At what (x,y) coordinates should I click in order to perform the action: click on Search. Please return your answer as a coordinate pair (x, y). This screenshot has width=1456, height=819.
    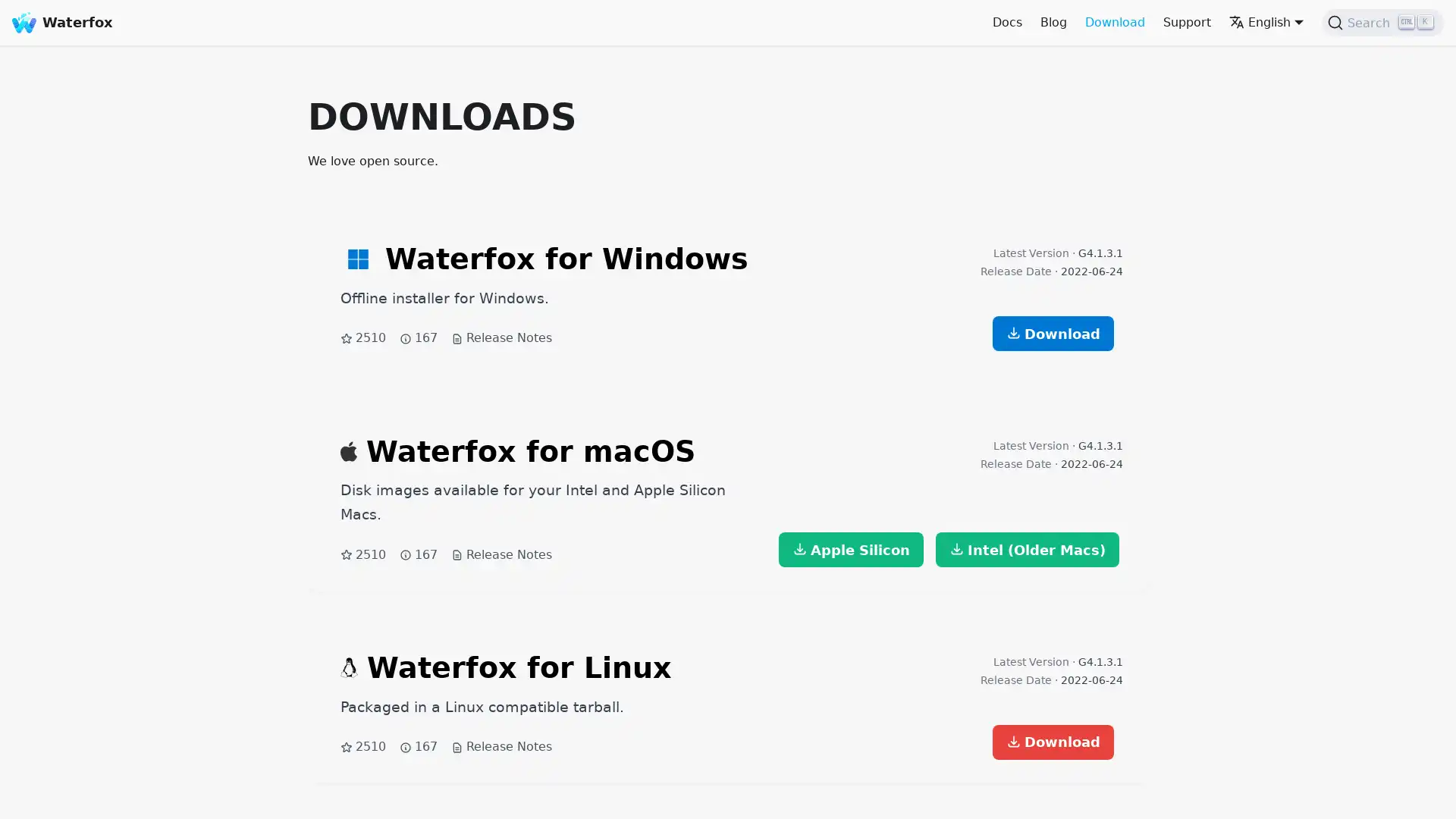
    Looking at the image, I should click on (1382, 23).